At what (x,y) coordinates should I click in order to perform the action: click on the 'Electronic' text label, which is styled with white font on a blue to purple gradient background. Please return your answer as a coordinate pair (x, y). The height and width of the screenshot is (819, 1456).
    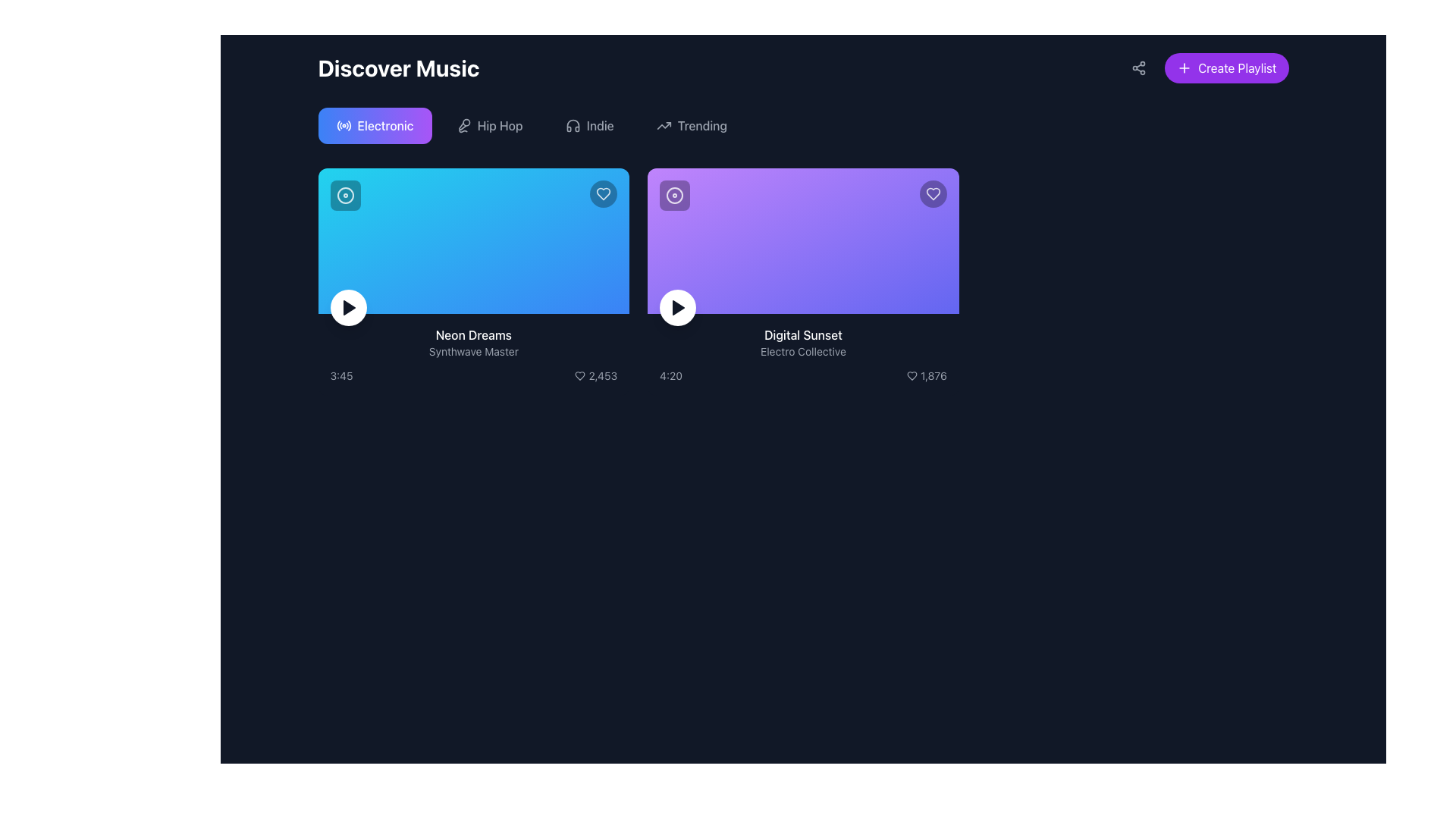
    Looking at the image, I should click on (385, 124).